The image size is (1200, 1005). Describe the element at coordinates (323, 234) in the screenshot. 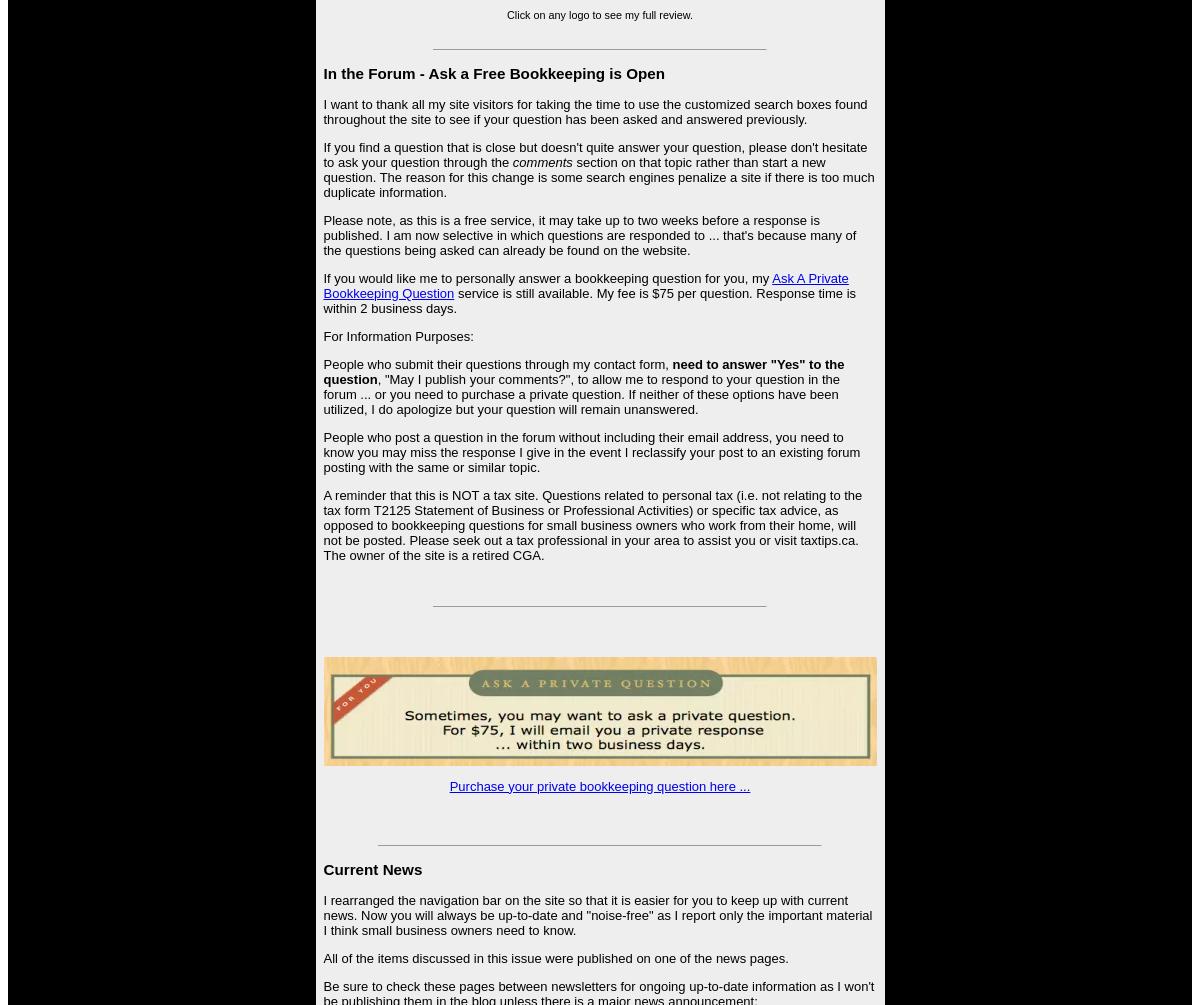

I see `'Please note, as this is a free service, it may take up to two weeks before a response is published. I am now selective in which questions are responded to ... that's because many of the questions being asked can already be found on the website.'` at that location.